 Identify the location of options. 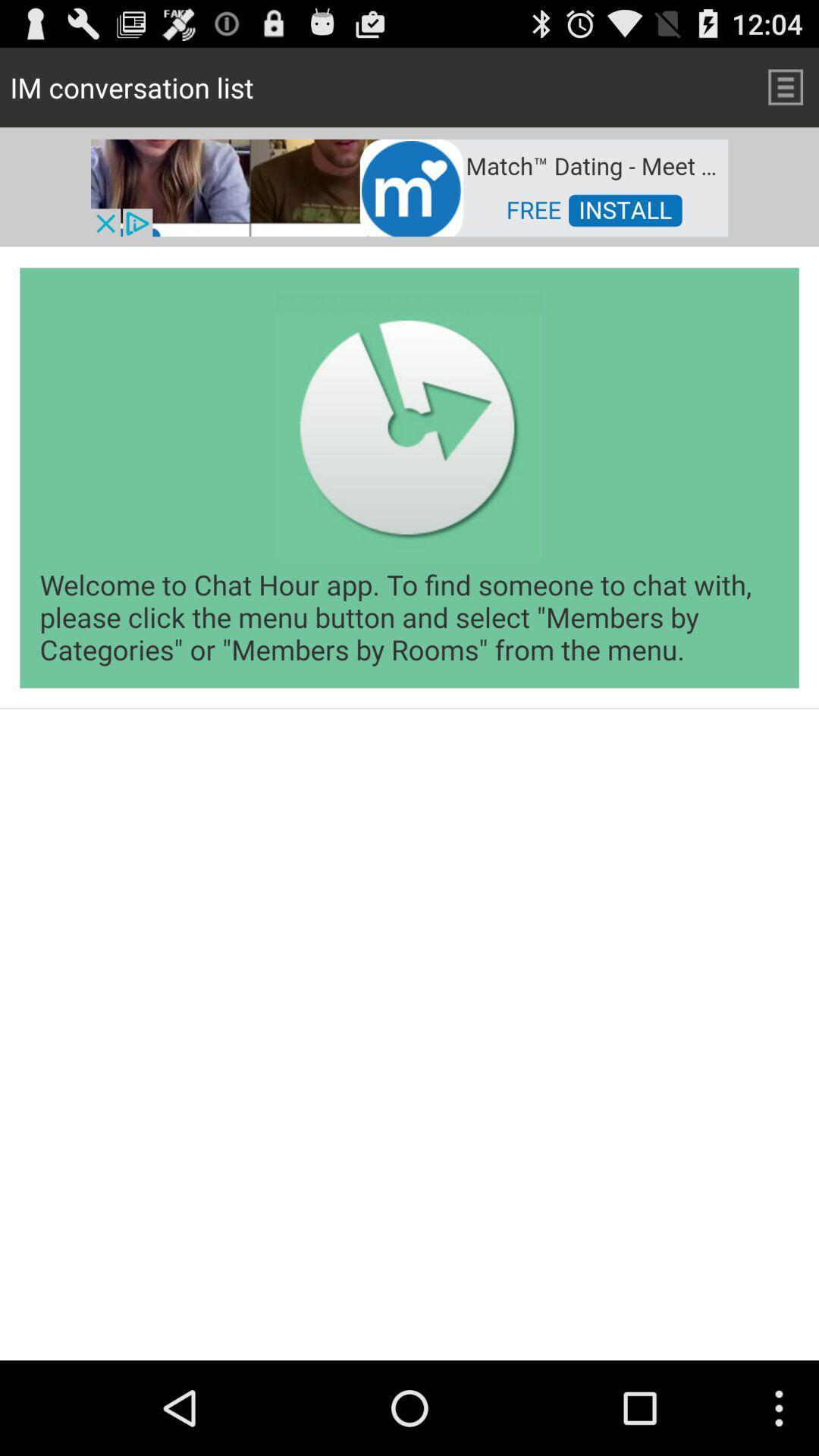
(785, 86).